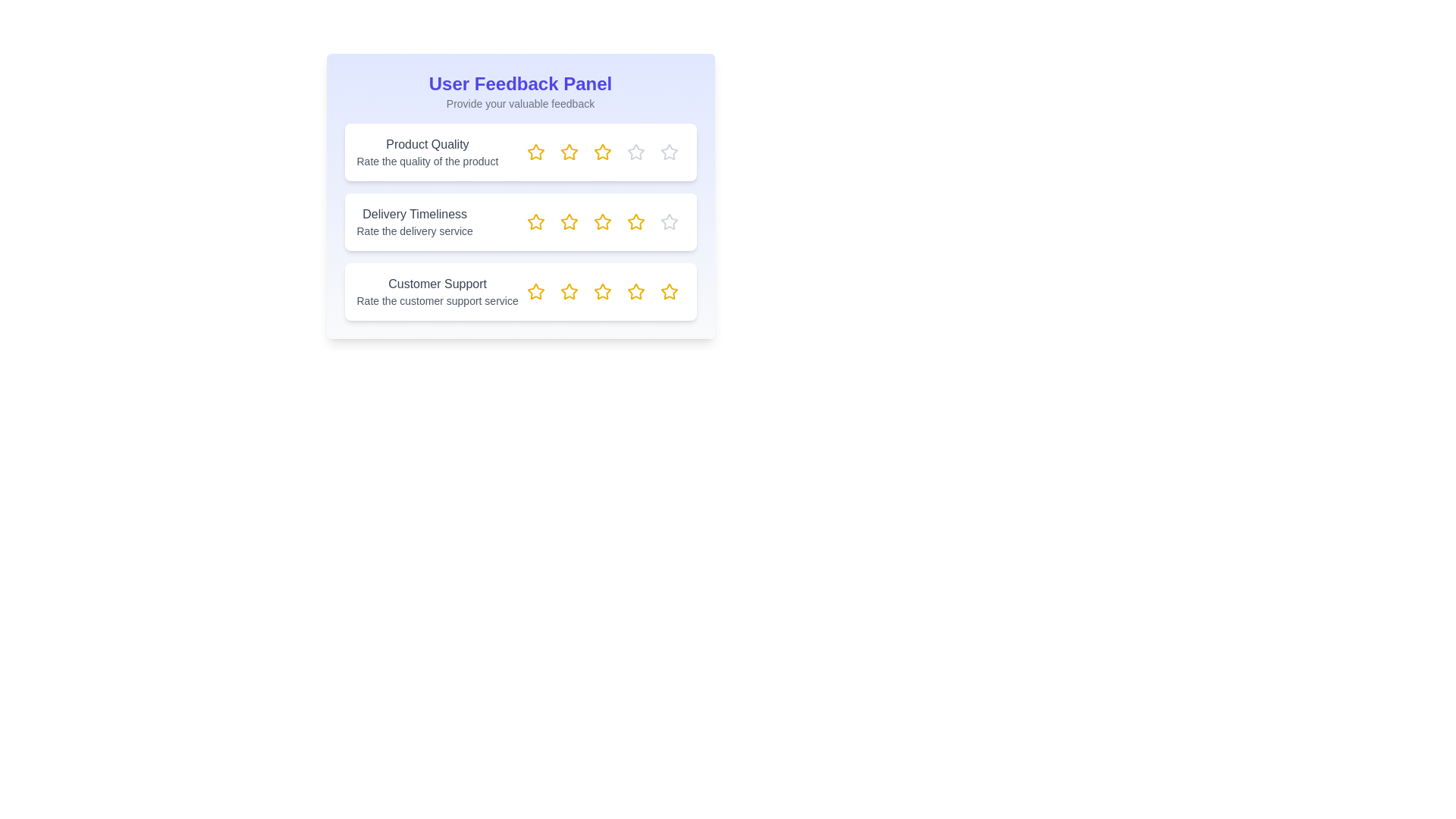 Image resolution: width=1456 pixels, height=819 pixels. Describe the element at coordinates (635, 152) in the screenshot. I see `the rating for a feedback item to 4 stars` at that location.